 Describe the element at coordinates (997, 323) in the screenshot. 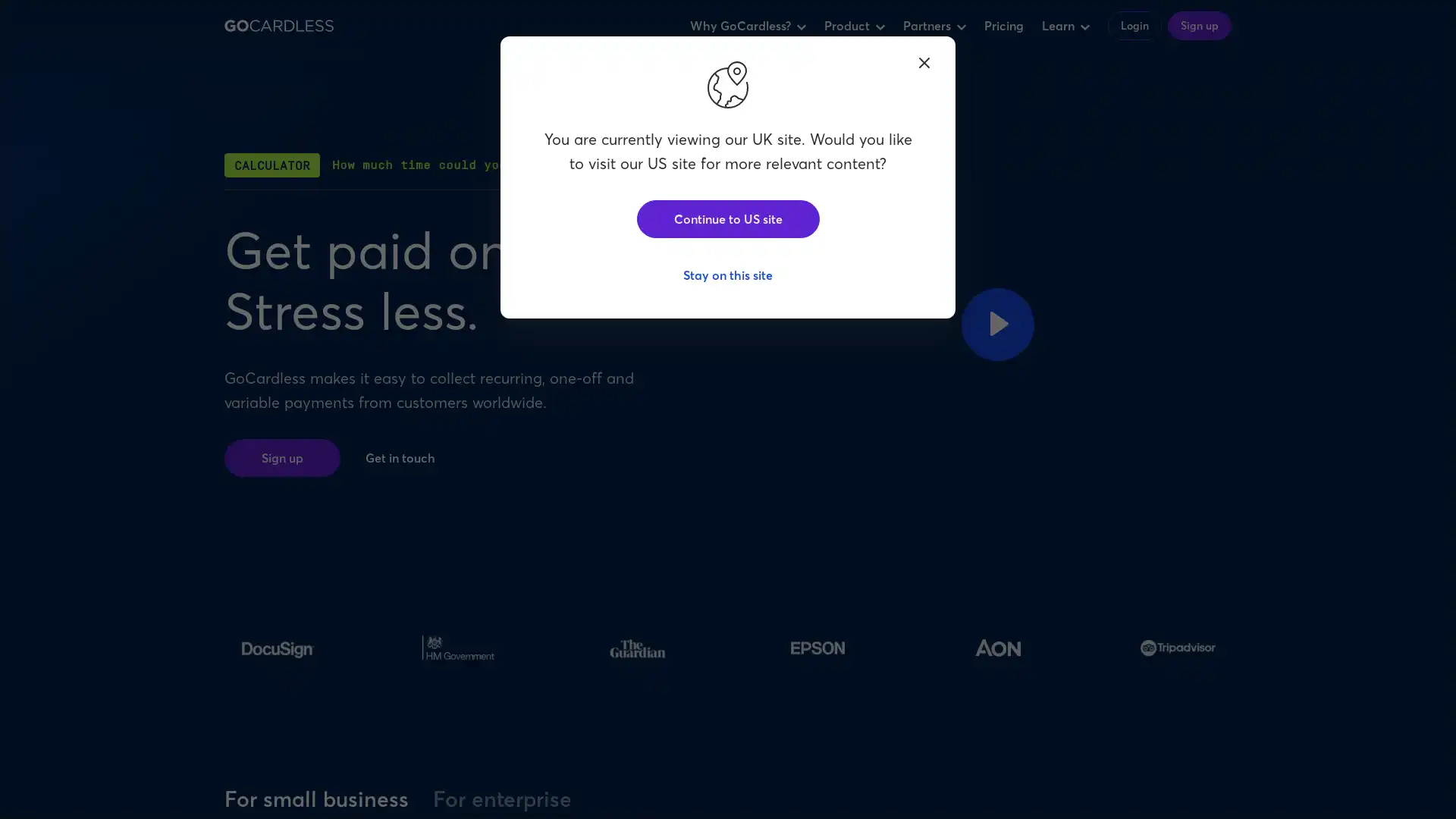

I see `Play video` at that location.